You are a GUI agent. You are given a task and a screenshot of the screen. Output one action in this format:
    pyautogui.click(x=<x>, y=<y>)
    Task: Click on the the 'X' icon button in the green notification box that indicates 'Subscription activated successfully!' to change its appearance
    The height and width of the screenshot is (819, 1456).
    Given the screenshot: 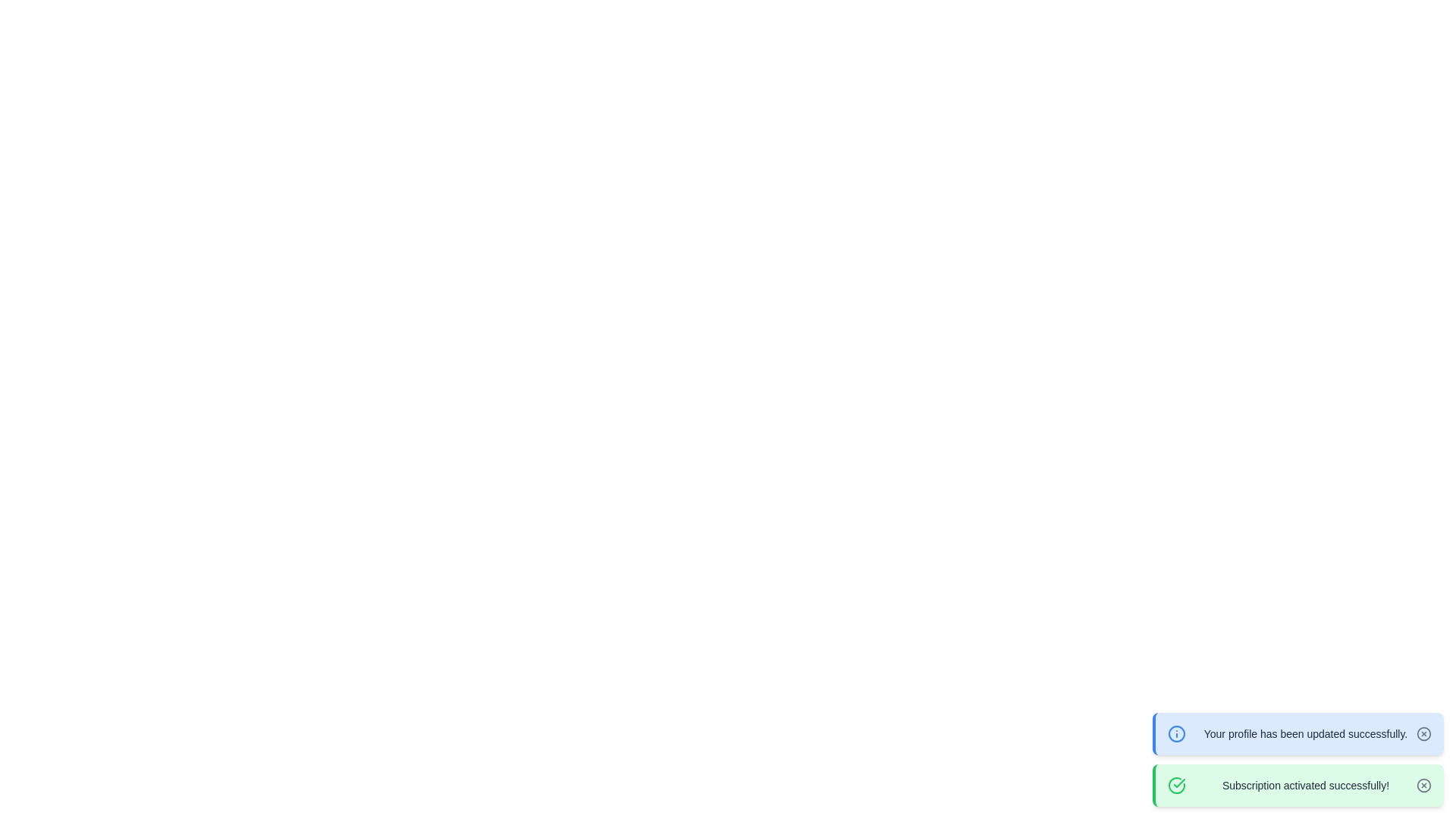 What is the action you would take?
    pyautogui.click(x=1423, y=785)
    